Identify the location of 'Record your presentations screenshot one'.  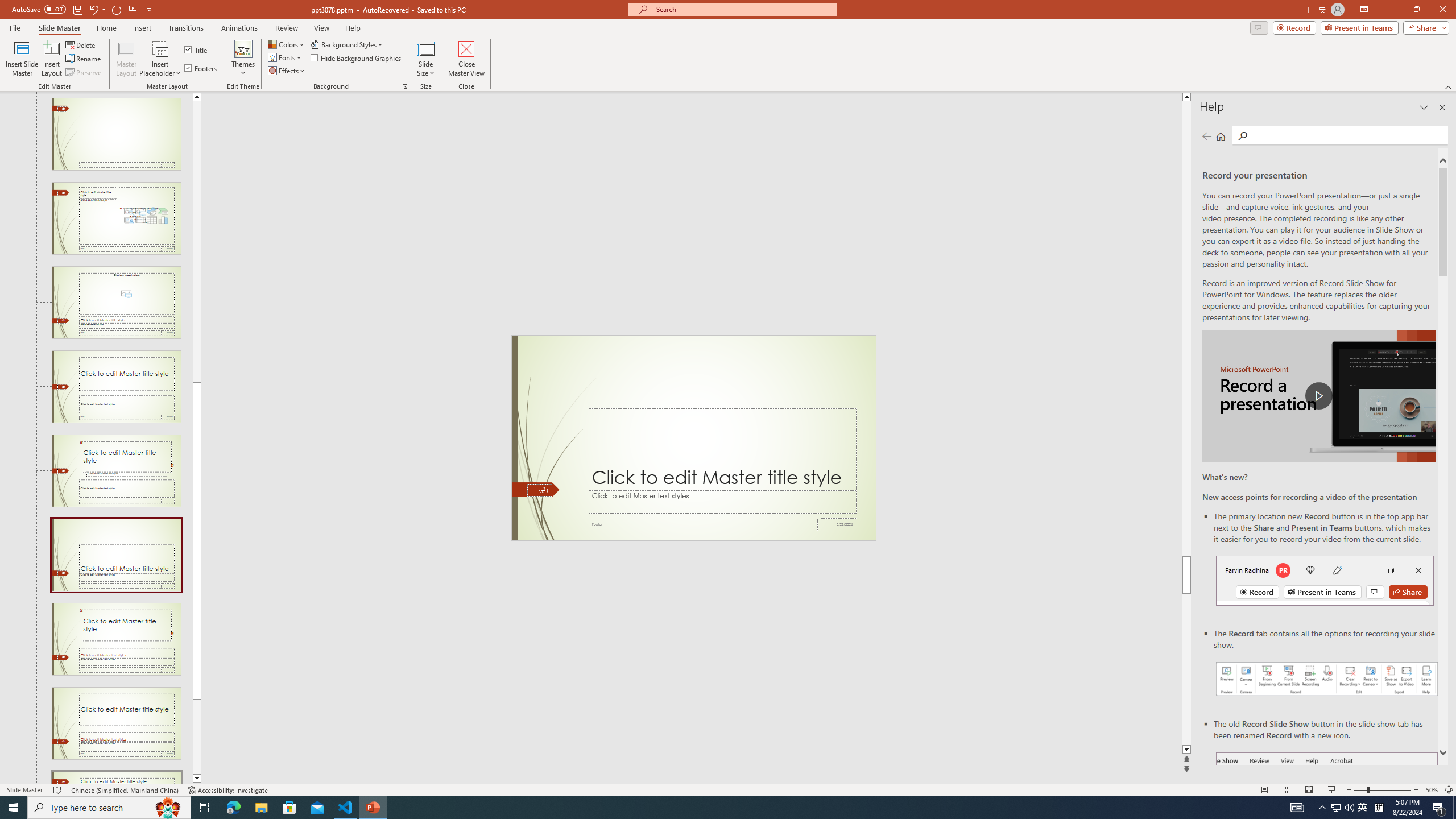
(1326, 678).